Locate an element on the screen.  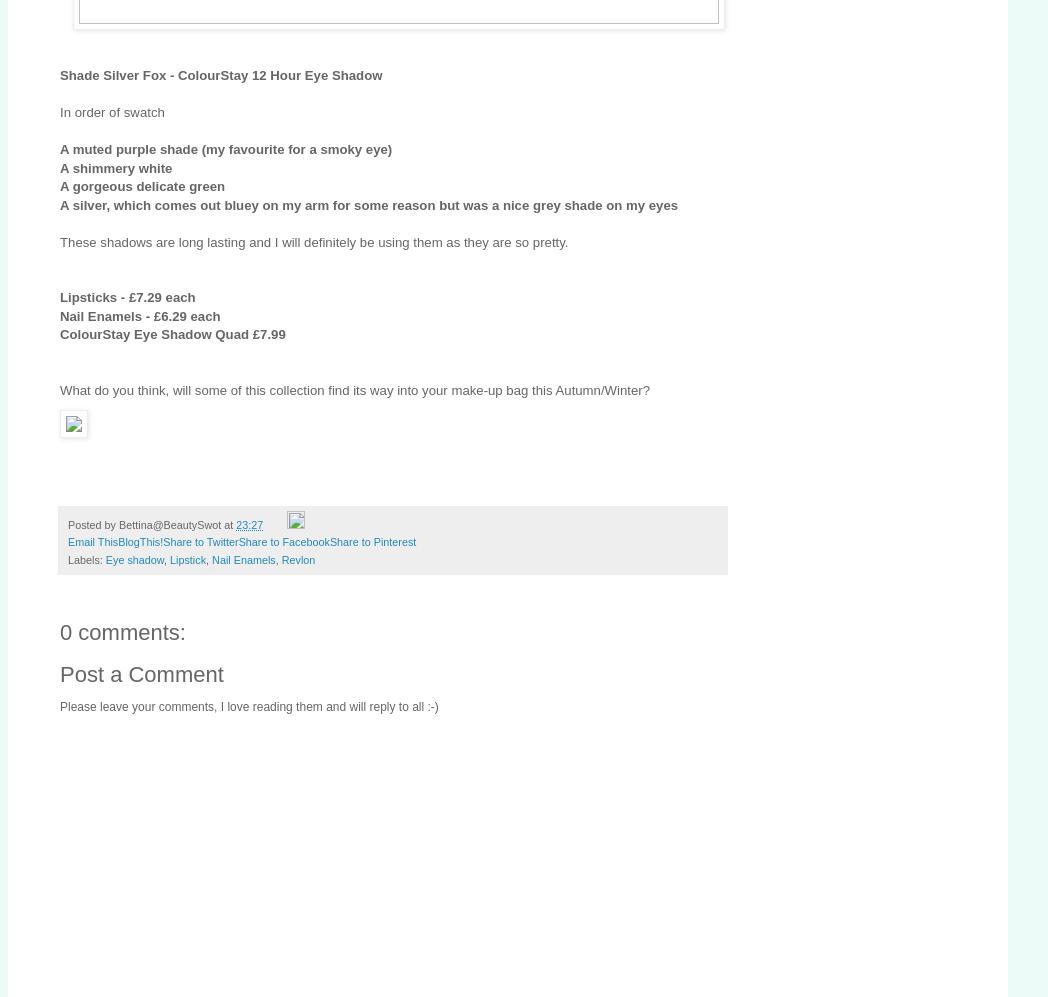
'Shade Silver Fox - ColourStay 12 Hour Eye Shadow' is located at coordinates (60, 74).